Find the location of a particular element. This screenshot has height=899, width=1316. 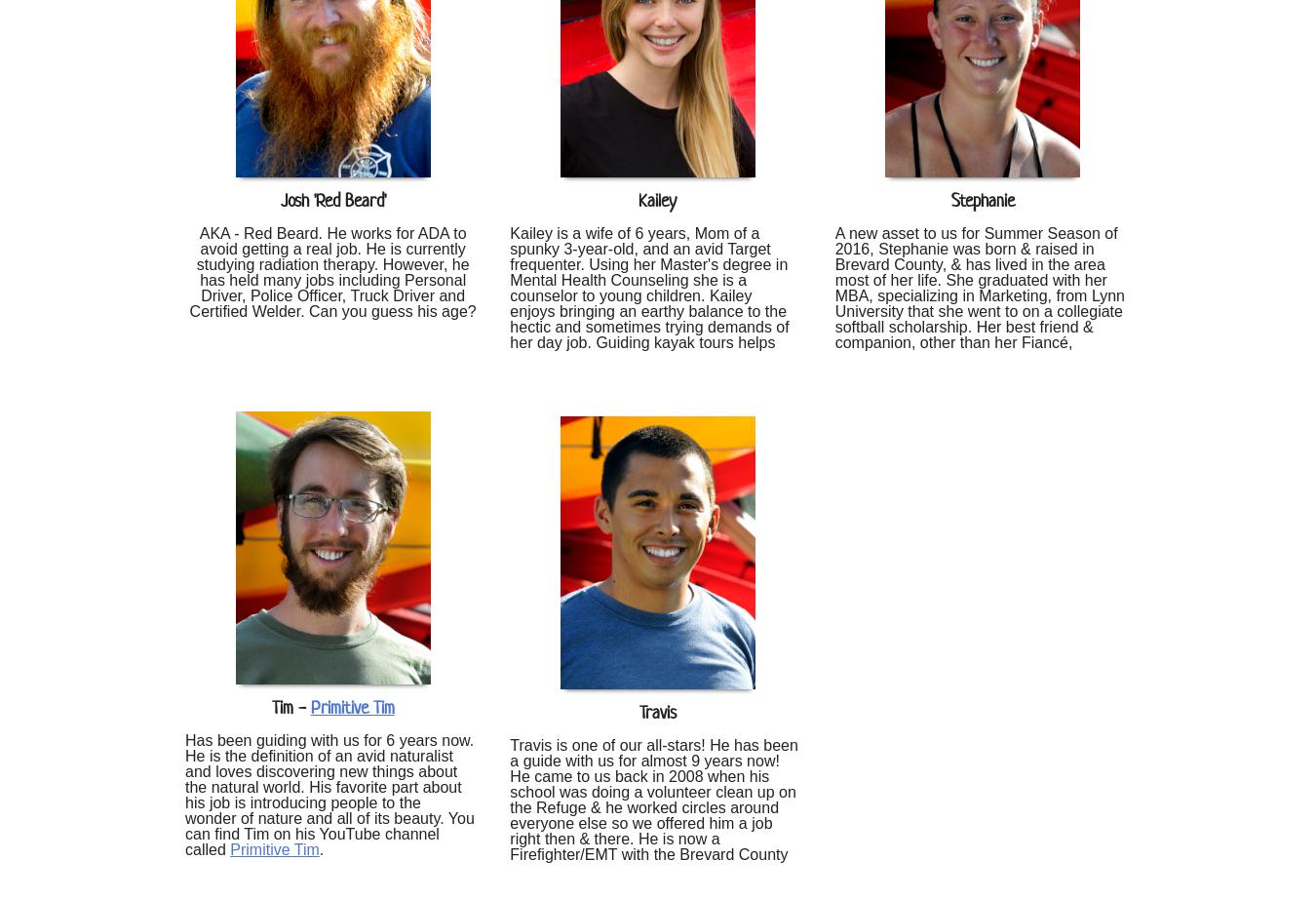

'AKA - Red Beard. He works for ADA to avoid getting a real job. He is currently studying radiation therapy. However, he has held many jobs including Personal Driver, Police Officer, Truck Driver and Certified Welder. Can you guess his age?' is located at coordinates (332, 270).